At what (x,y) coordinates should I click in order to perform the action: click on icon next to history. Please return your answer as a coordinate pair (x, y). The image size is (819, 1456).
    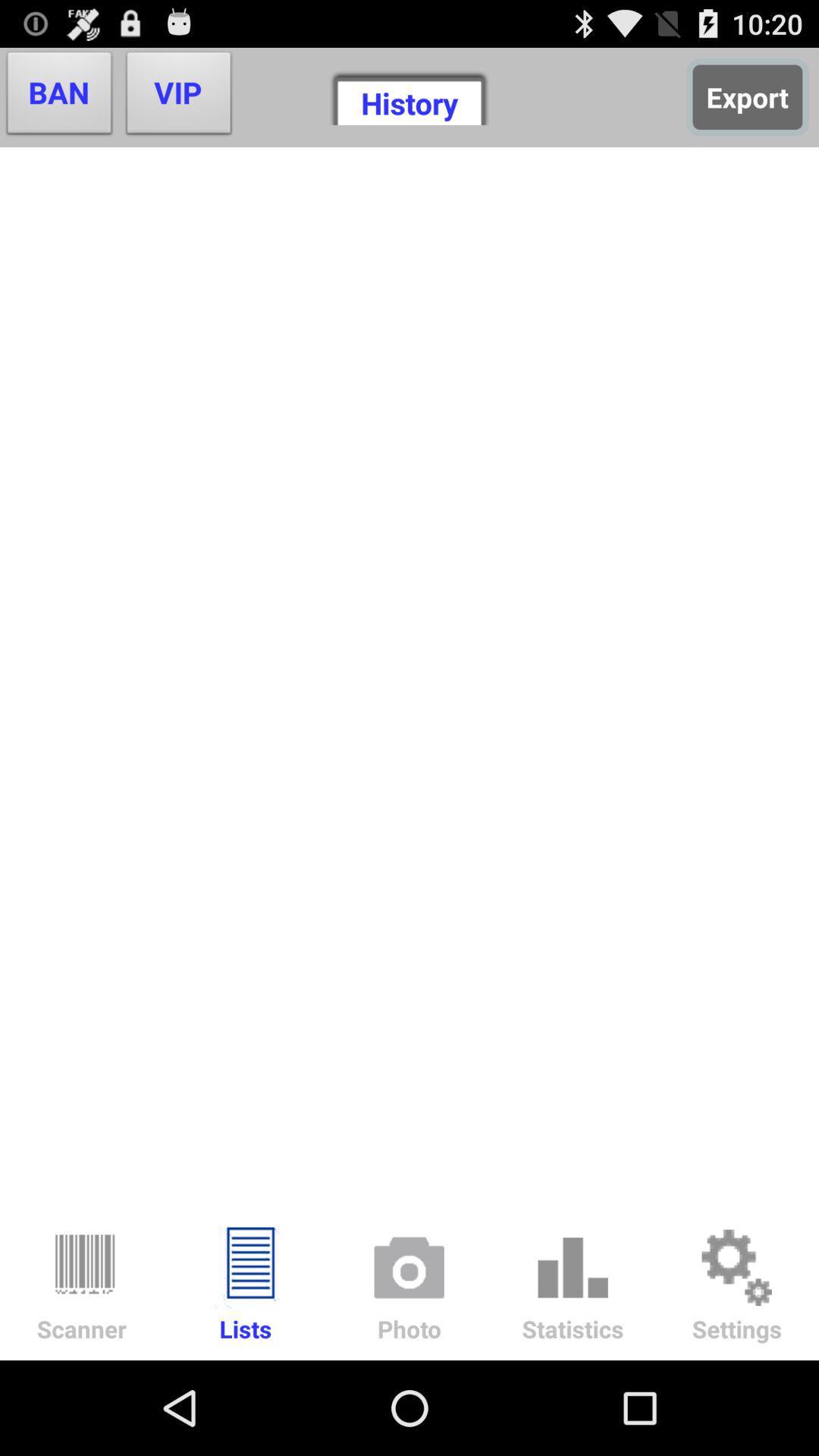
    Looking at the image, I should click on (746, 96).